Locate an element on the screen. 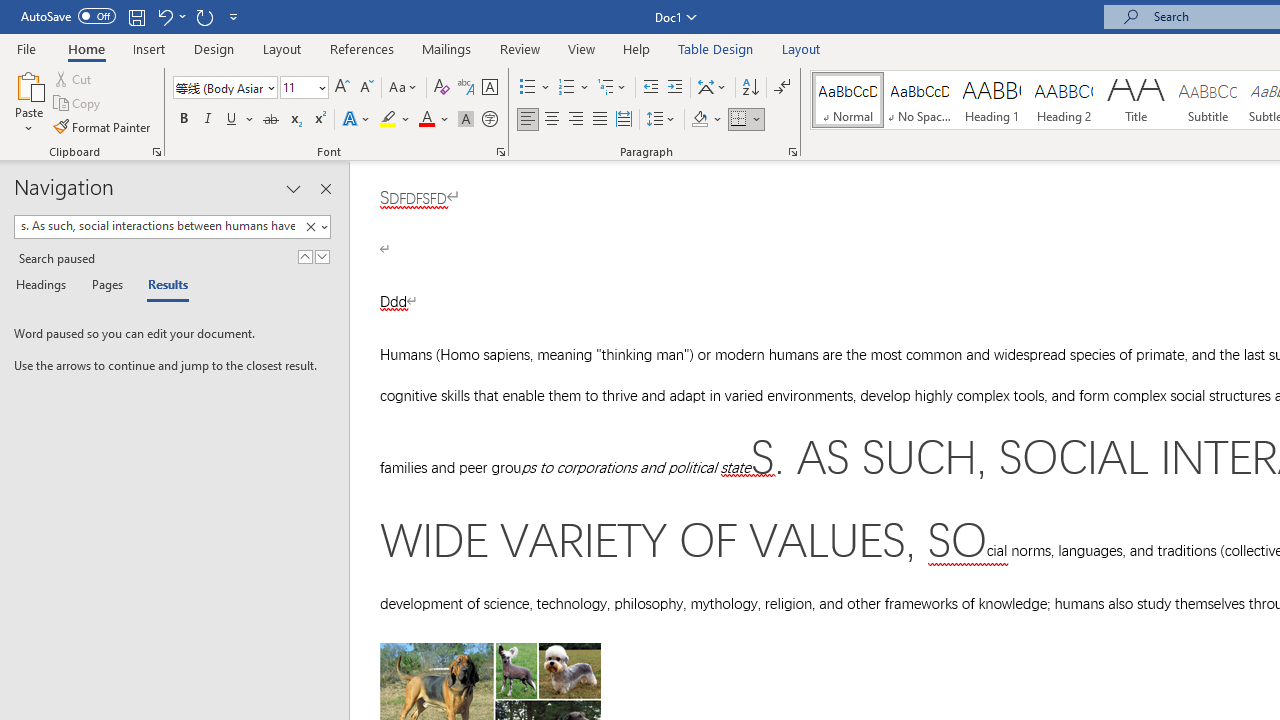  'Table Design' is located at coordinates (716, 48).